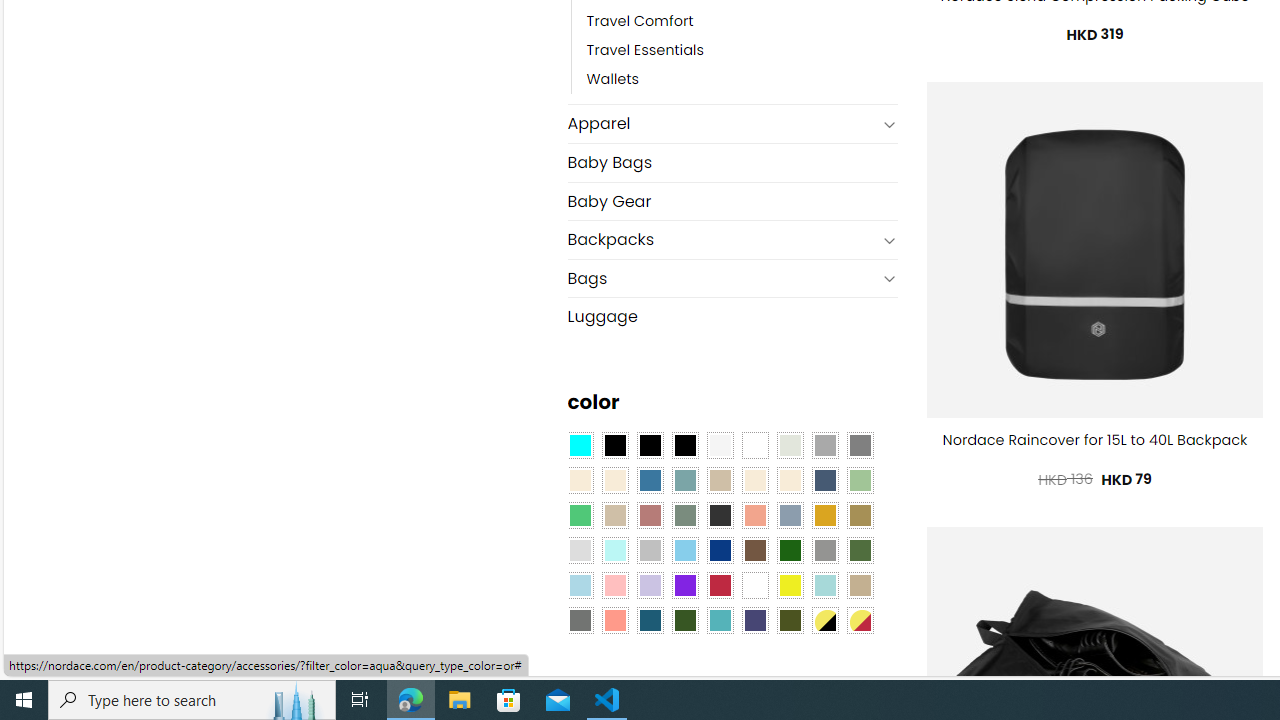 The width and height of the screenshot is (1280, 720). What do you see at coordinates (614, 585) in the screenshot?
I see `'Pink'` at bounding box center [614, 585].